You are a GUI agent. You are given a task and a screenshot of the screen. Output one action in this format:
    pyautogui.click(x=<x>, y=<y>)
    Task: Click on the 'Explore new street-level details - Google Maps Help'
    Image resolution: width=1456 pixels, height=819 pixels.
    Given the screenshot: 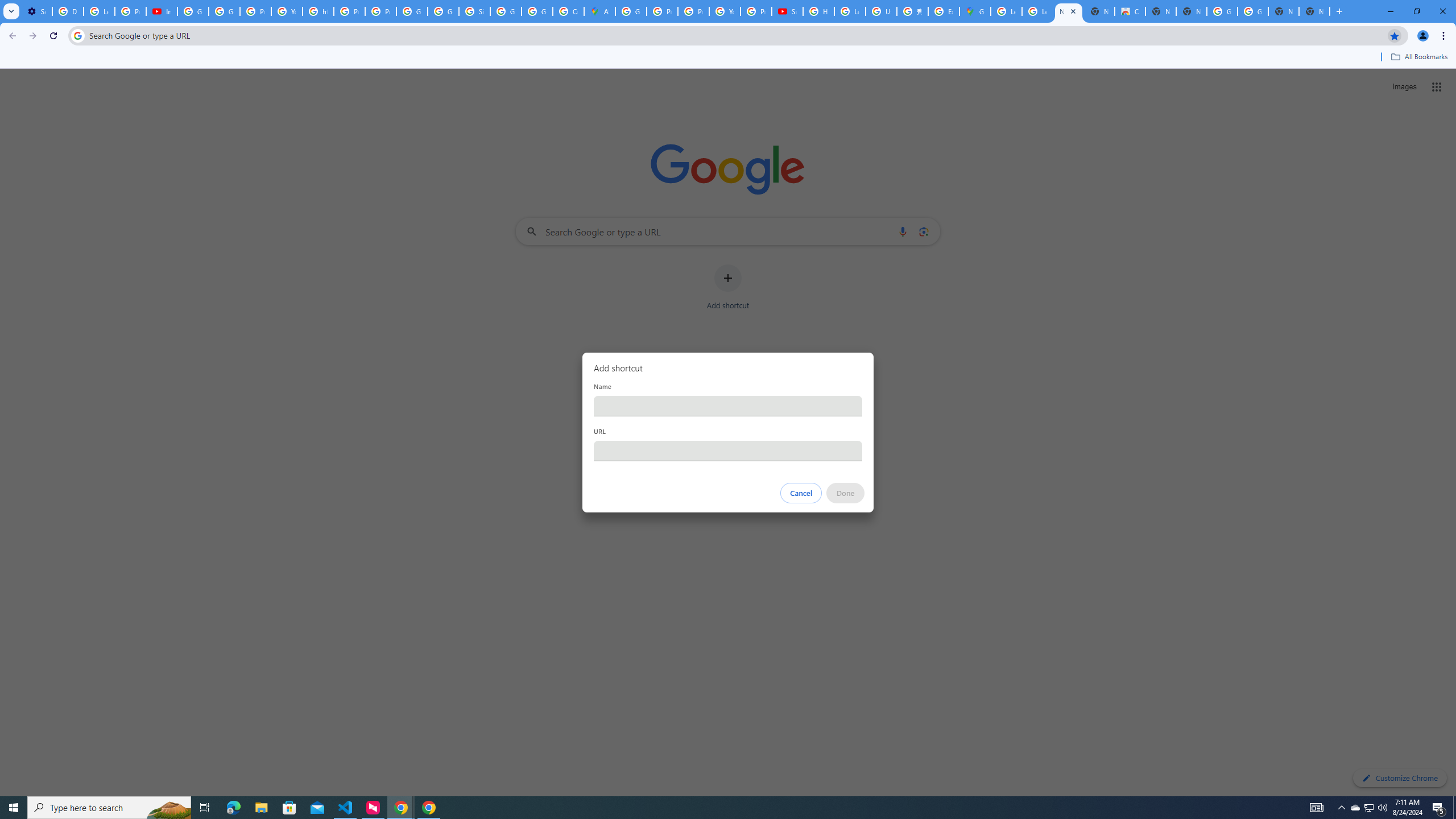 What is the action you would take?
    pyautogui.click(x=943, y=11)
    